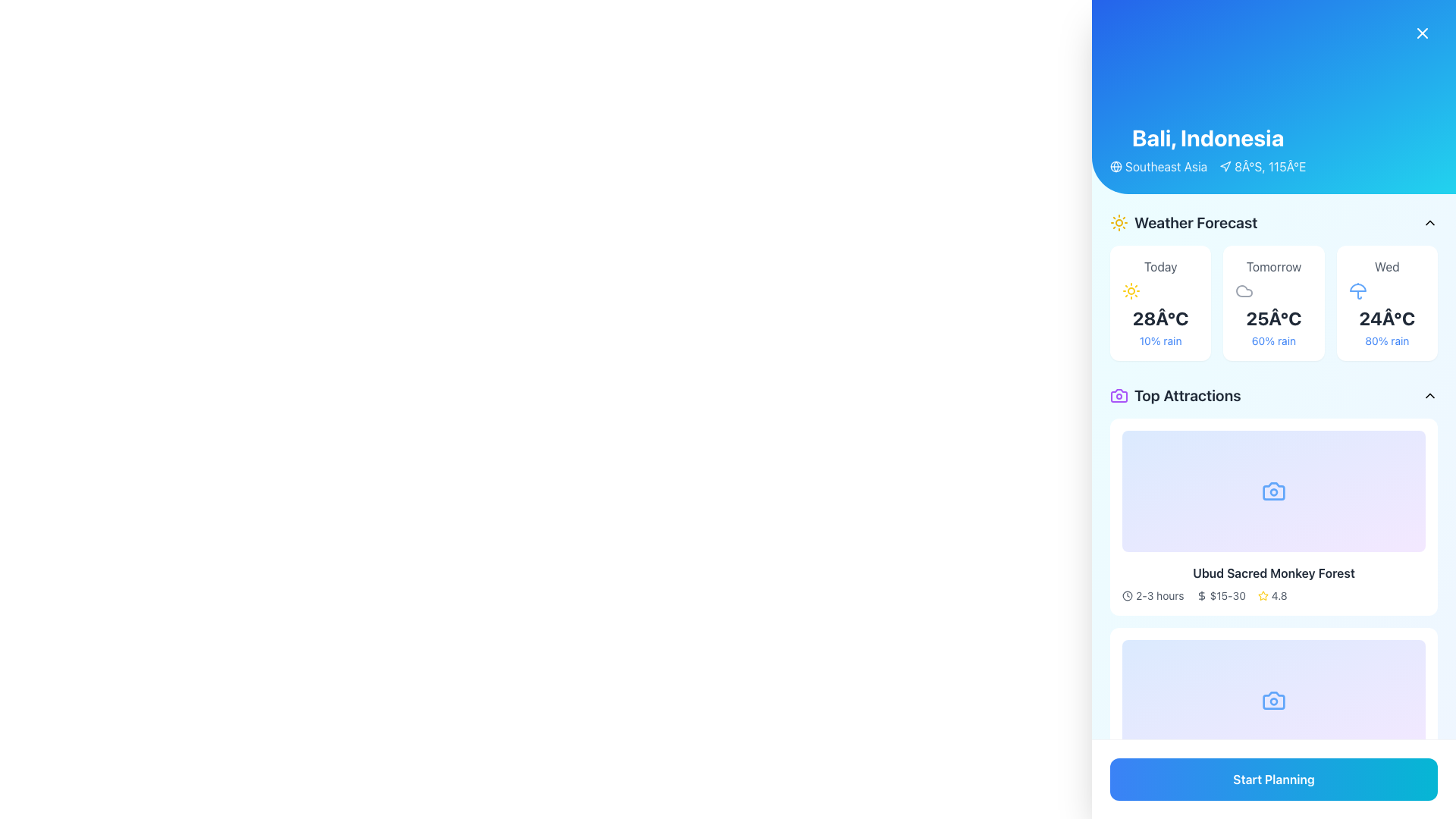 The width and height of the screenshot is (1456, 819). I want to click on accessibility tools, so click(1274, 573).